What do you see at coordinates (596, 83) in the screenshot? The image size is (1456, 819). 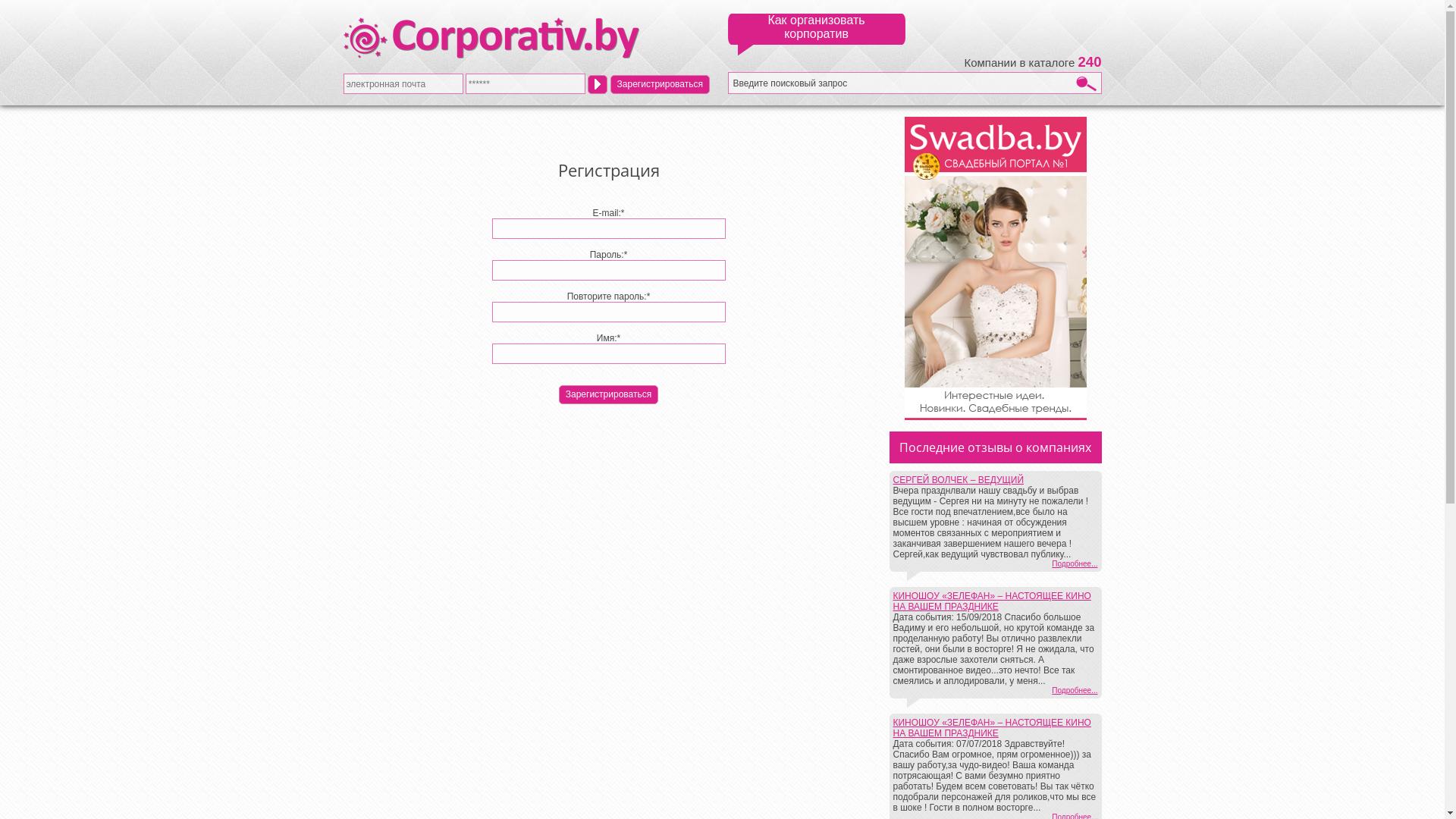 I see `' '` at bounding box center [596, 83].